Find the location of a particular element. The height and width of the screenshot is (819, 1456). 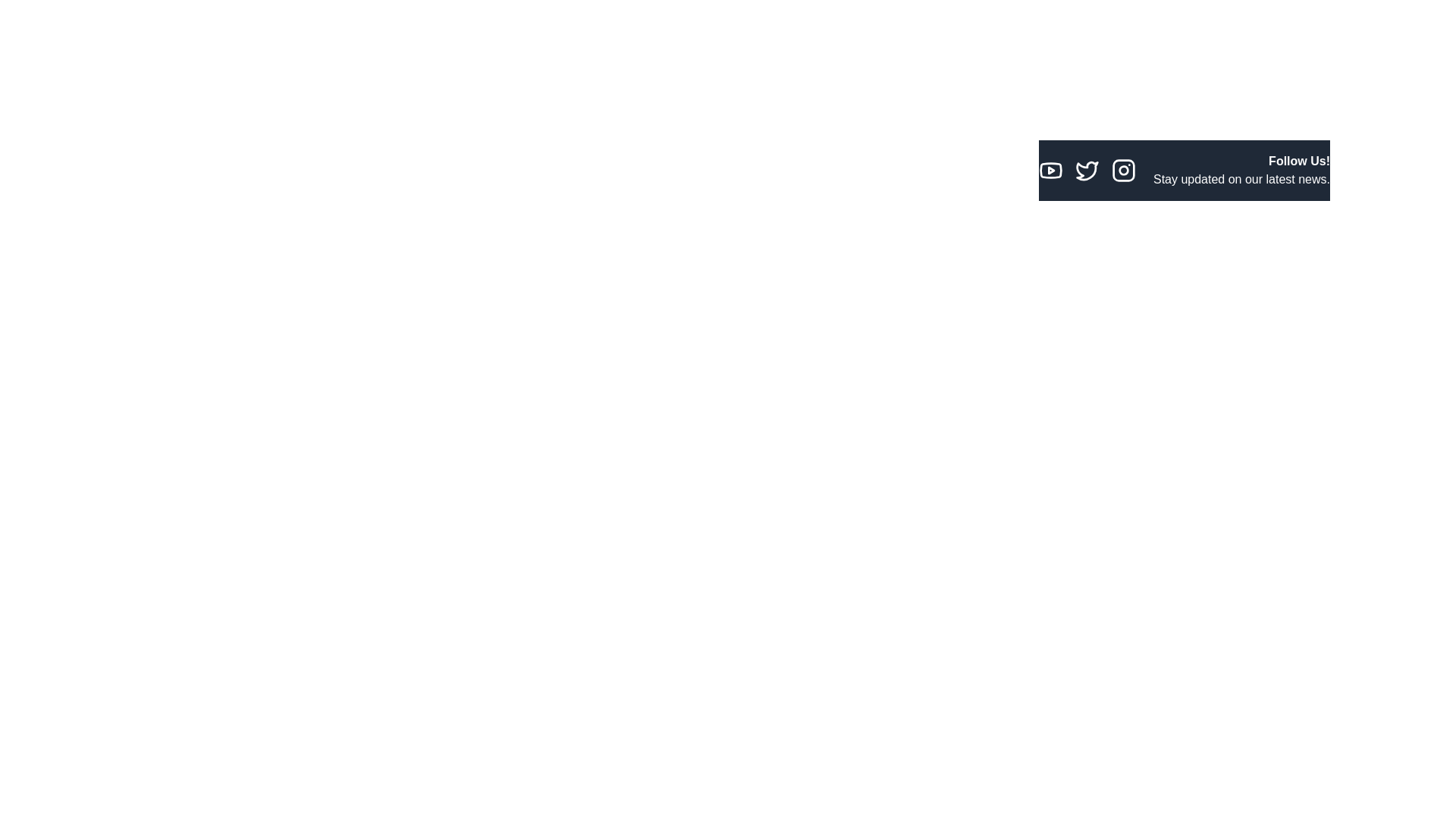

the YouTube icon, which is the first item in a horizontal group of social media icons is located at coordinates (1050, 170).